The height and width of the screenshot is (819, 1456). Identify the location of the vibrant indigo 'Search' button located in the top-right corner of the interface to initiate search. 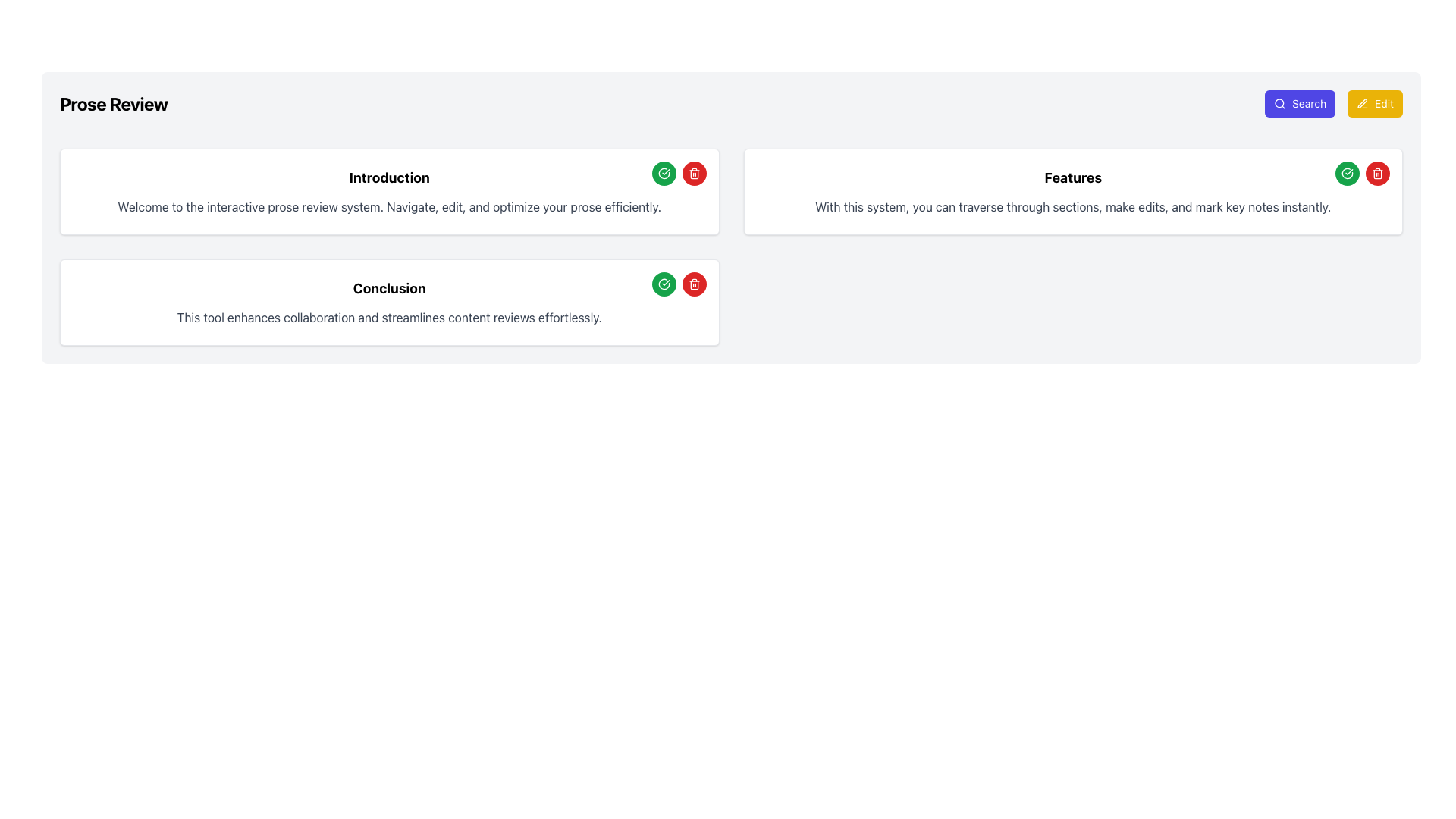
(1299, 103).